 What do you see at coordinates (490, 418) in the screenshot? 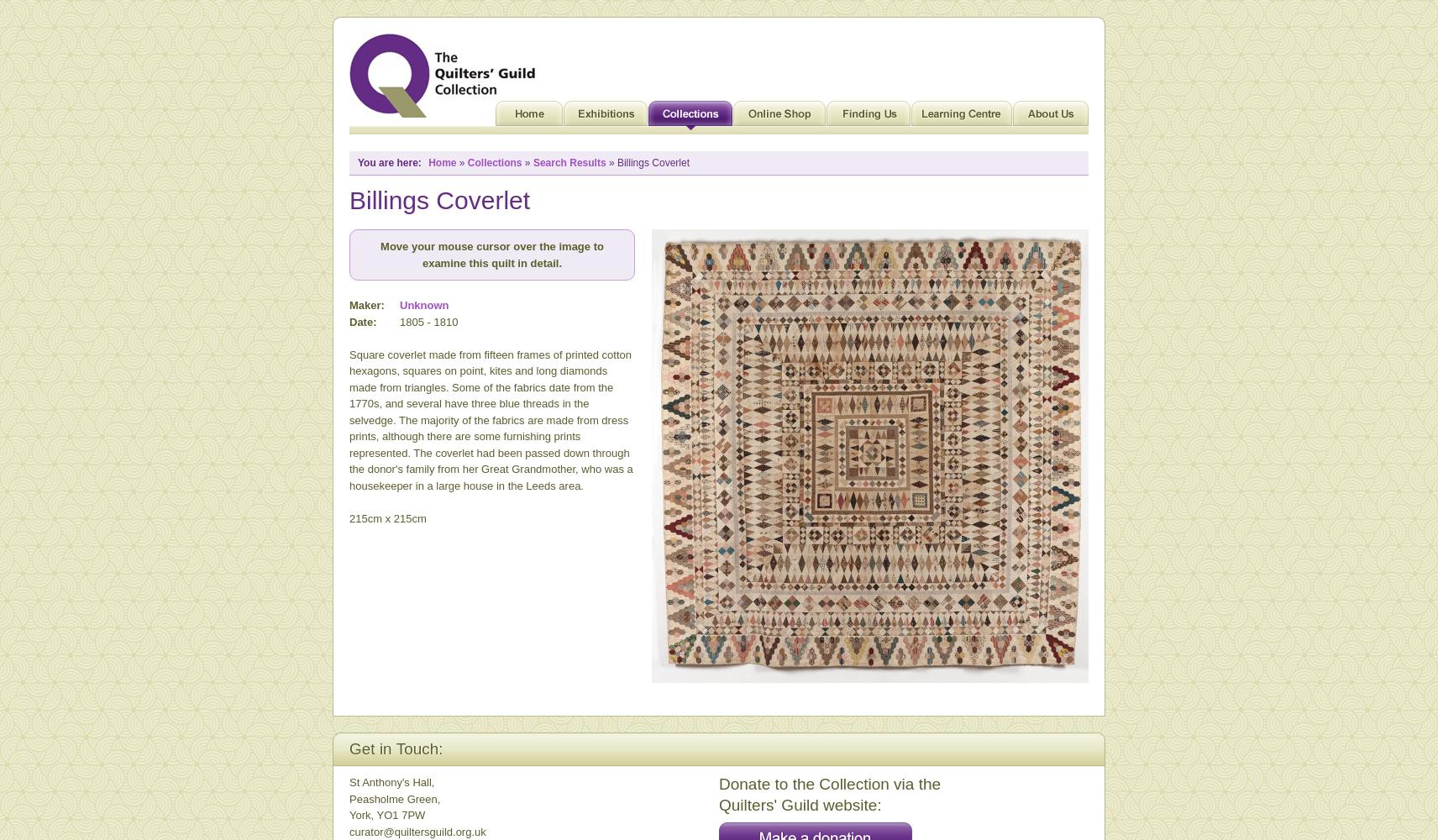
I see `'Square coverlet made from fifteen frames of printed cotton hexagons, squares on point, kites and long diamonds made from triangles. Some of the fabrics date from the 1770s, and several have three blue threads in the selvedge. The majority of the fabrics are made from dress prints, although there are some furnishing prints represented. The coverlet had been passed down through the donor's family from her Great Grandmother, who was a housekeeper in a large house in the Leeds area.'` at bounding box center [490, 418].